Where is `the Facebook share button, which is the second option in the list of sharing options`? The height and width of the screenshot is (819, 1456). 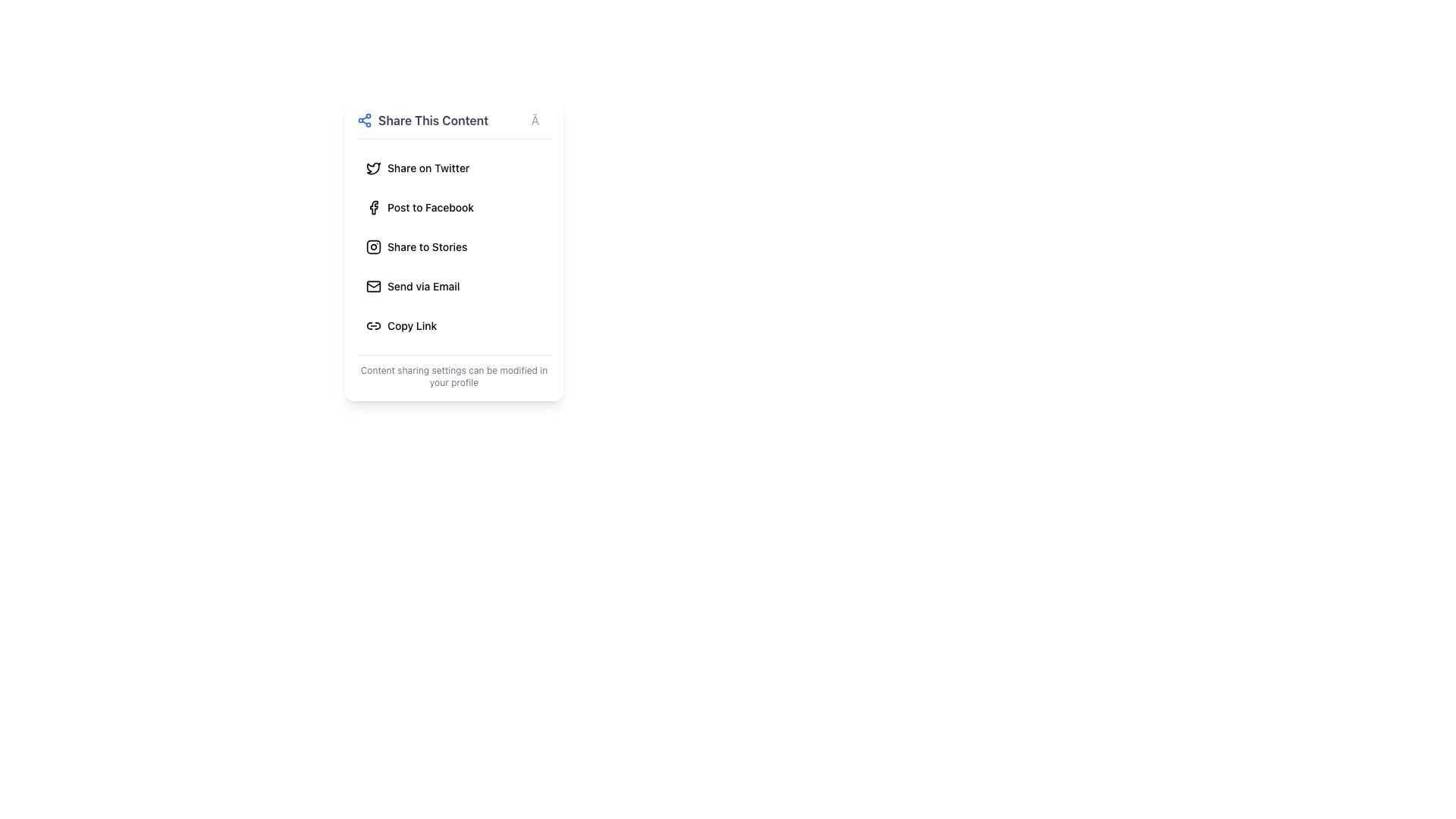 the Facebook share button, which is the second option in the list of sharing options is located at coordinates (453, 207).